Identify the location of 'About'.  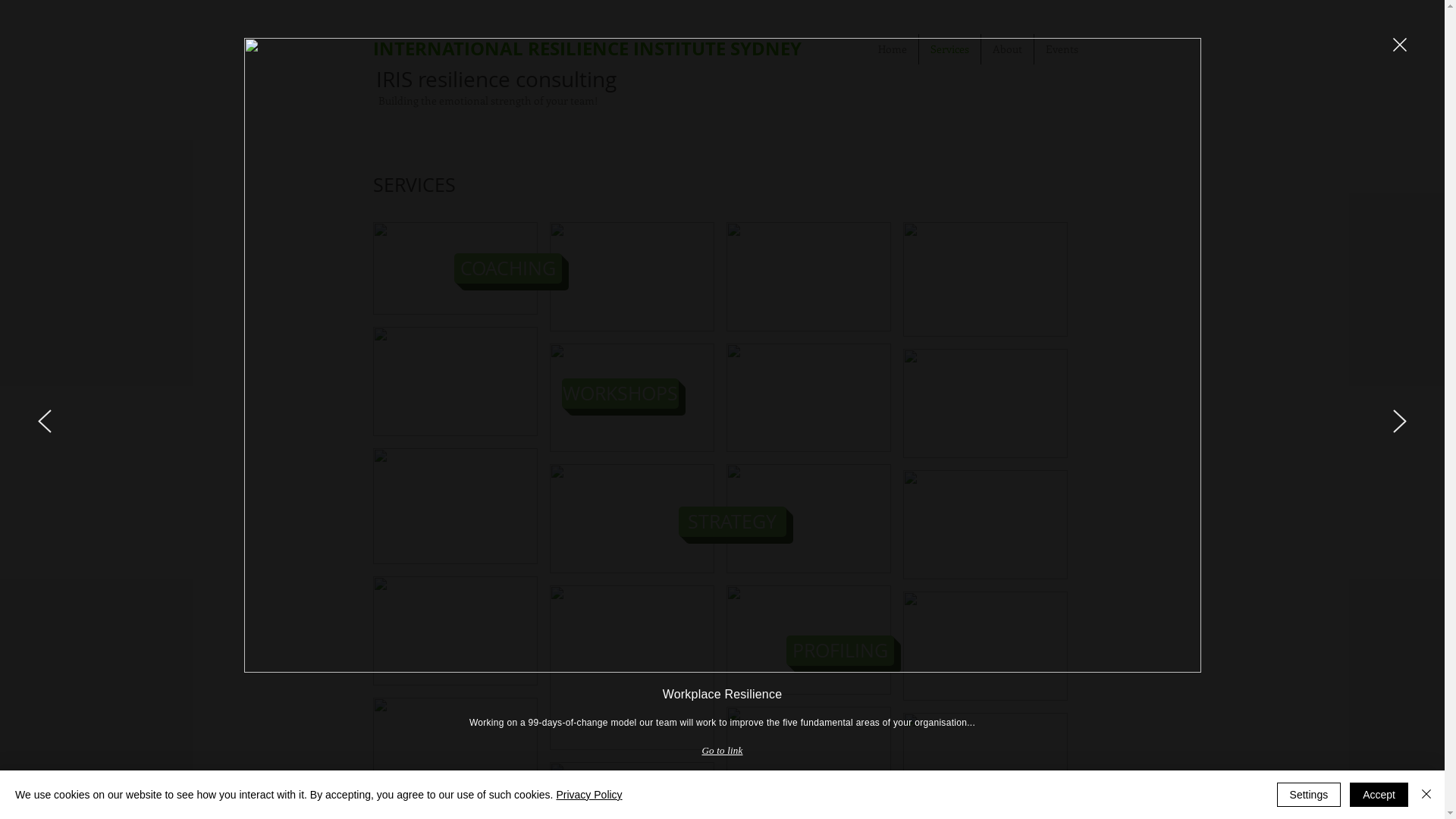
(1007, 48).